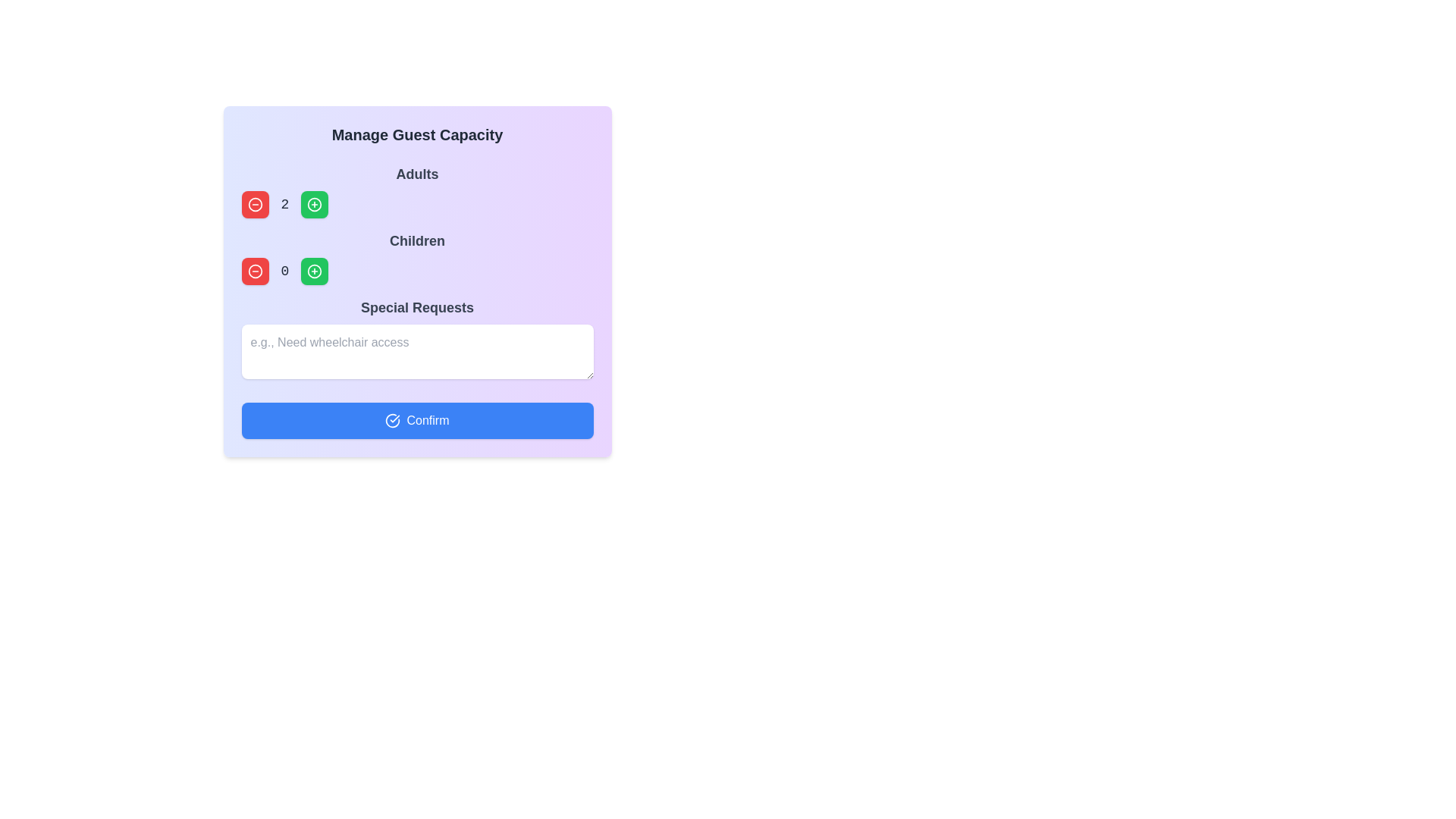  Describe the element at coordinates (417, 307) in the screenshot. I see `the 'Special Requests' text label, which is a bold, larger gray font located near the lower center of the interface, above the input field for special requests` at that location.